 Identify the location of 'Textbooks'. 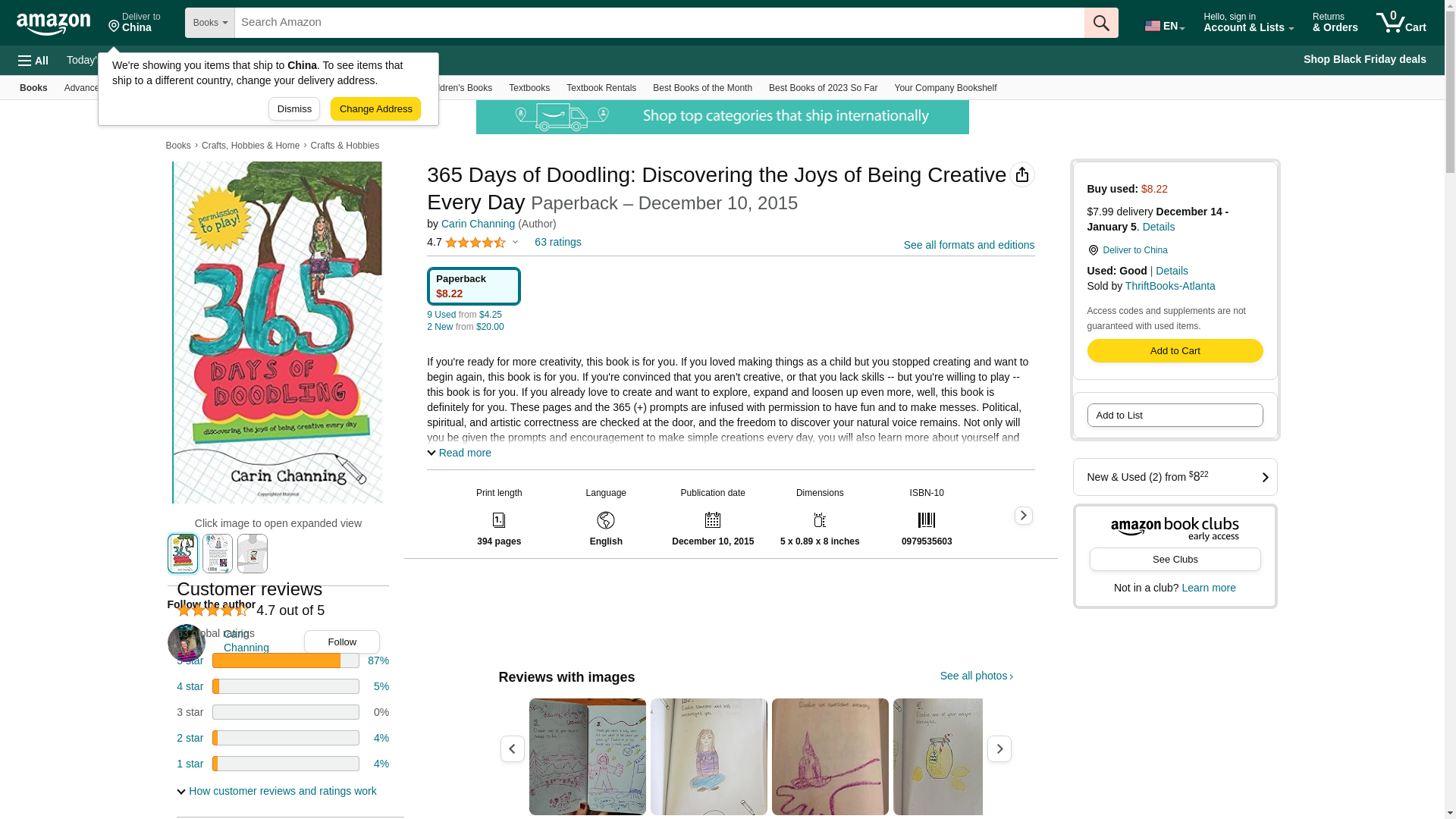
(500, 87).